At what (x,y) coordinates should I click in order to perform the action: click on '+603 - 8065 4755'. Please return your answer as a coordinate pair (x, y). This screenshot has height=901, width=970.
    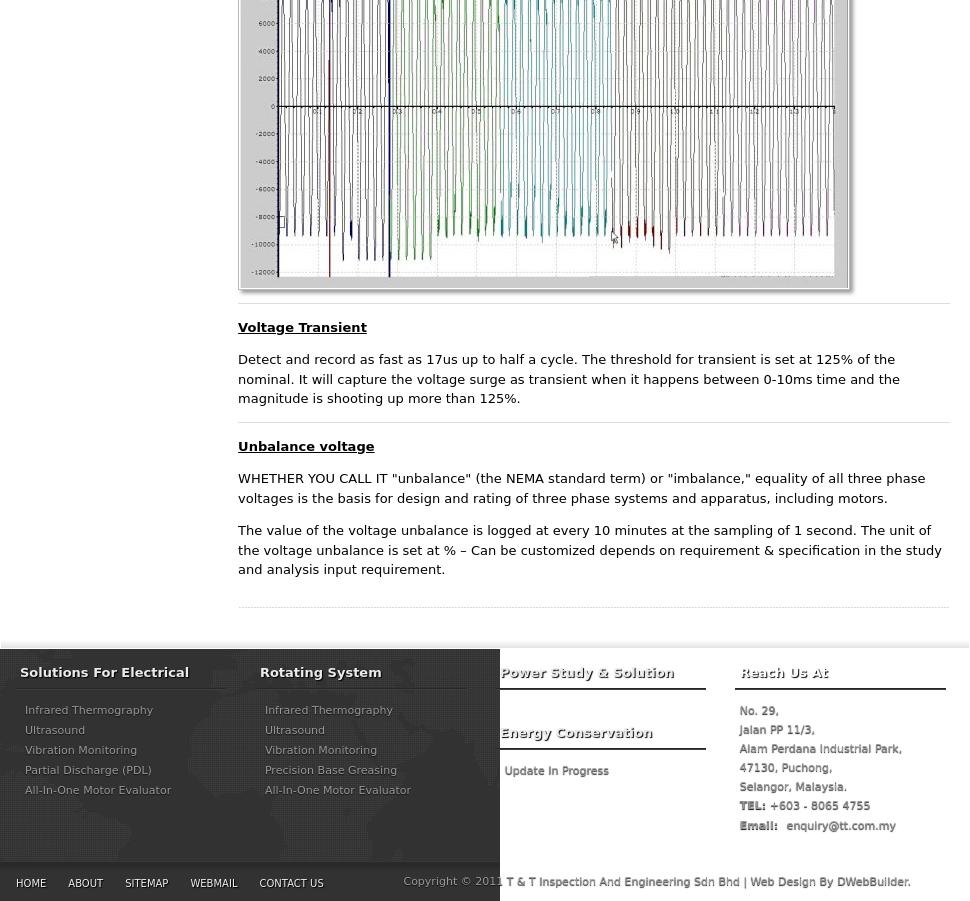
    Looking at the image, I should click on (818, 804).